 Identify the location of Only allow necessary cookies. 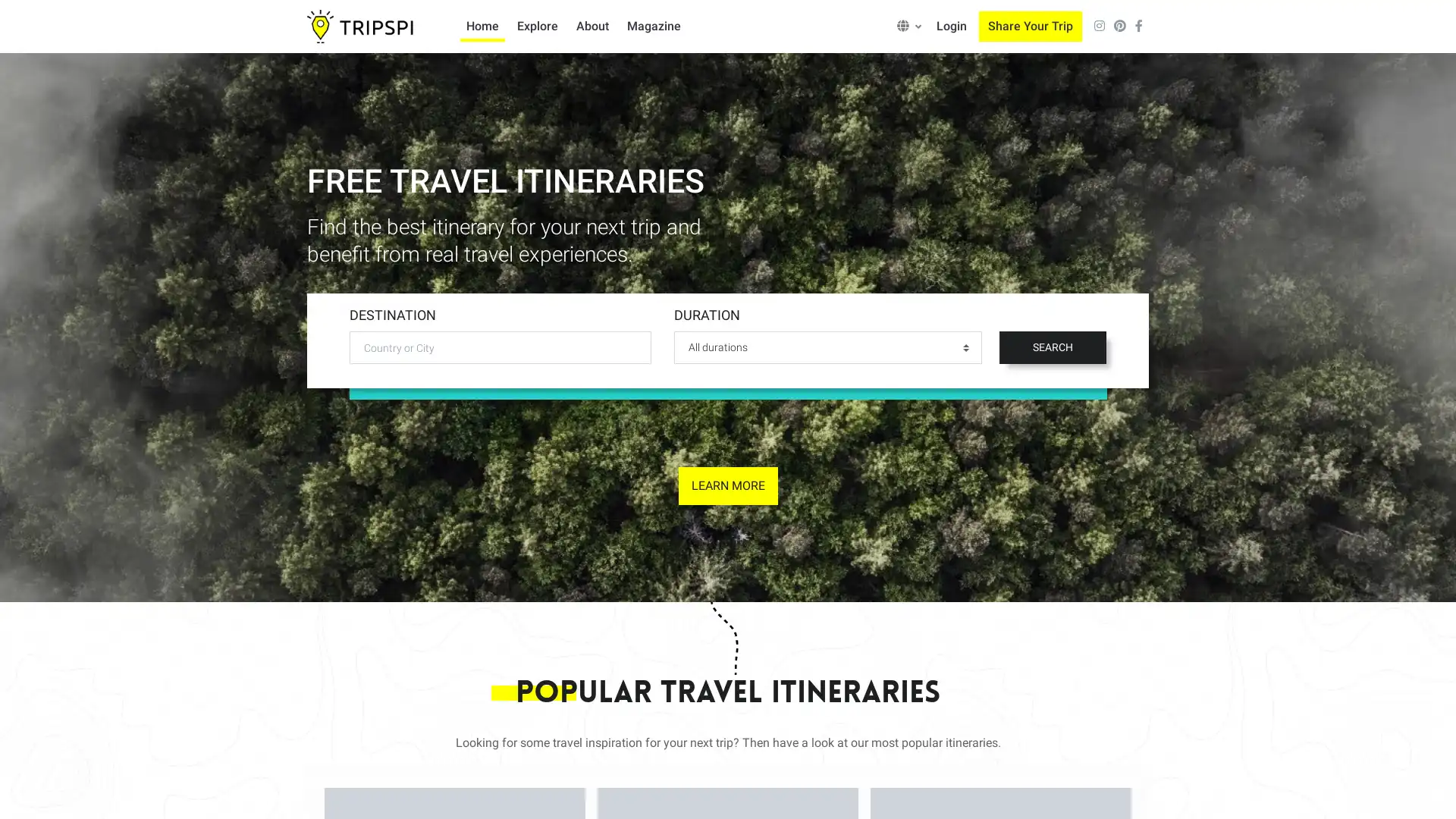
(510, 748).